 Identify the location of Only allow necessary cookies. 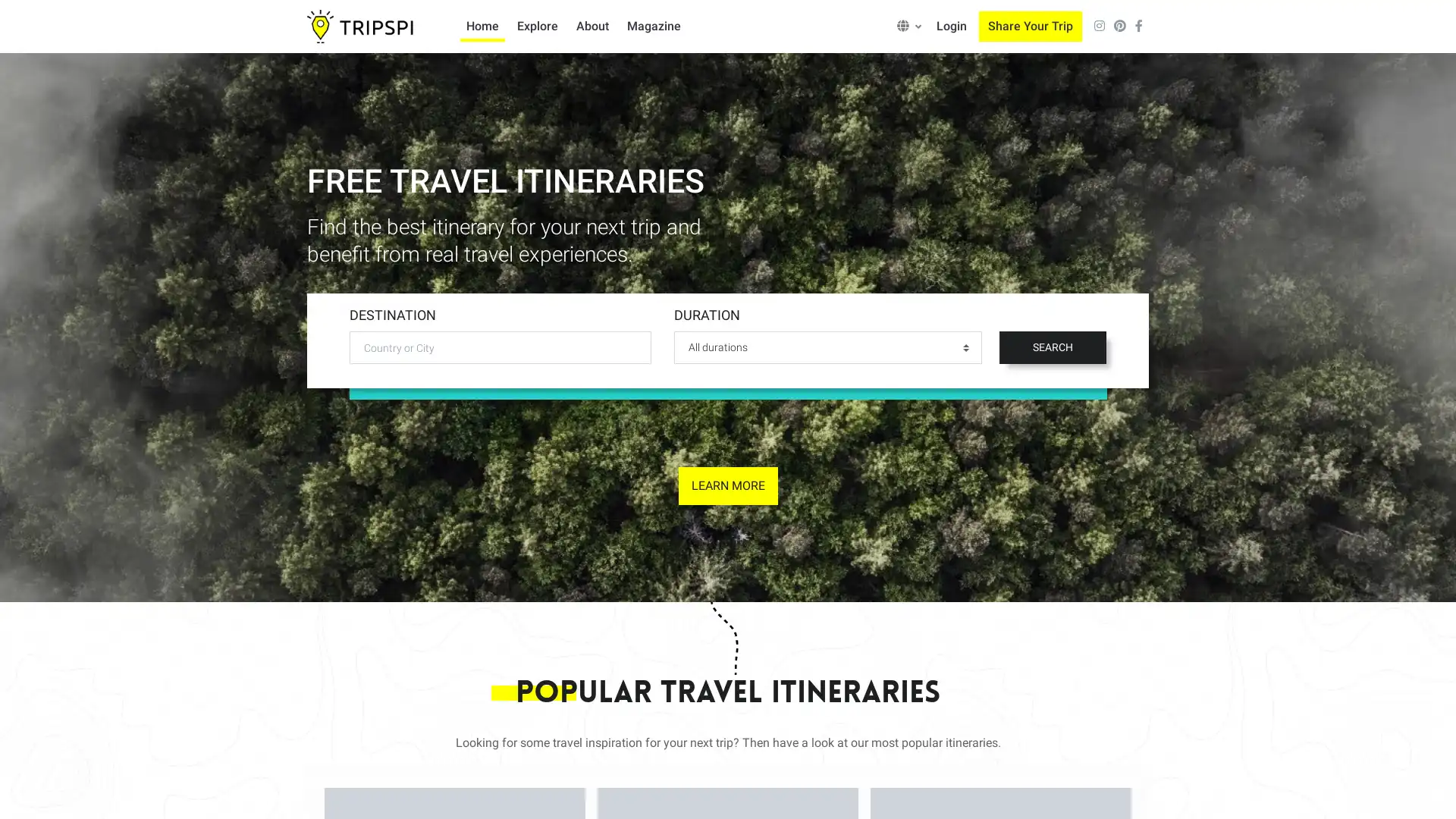
(510, 748).